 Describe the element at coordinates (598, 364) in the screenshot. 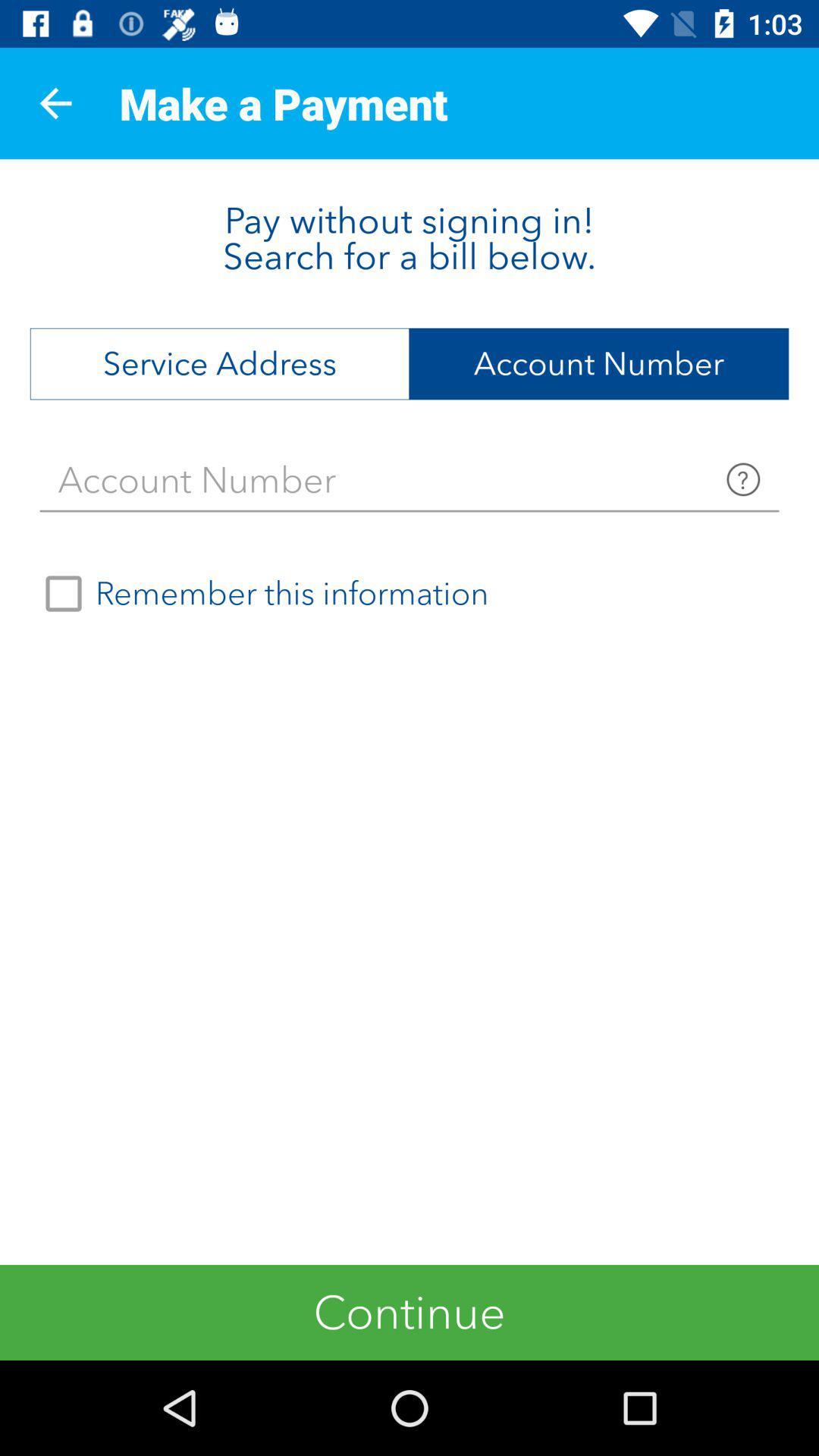

I see `the icon at the top right corner` at that location.